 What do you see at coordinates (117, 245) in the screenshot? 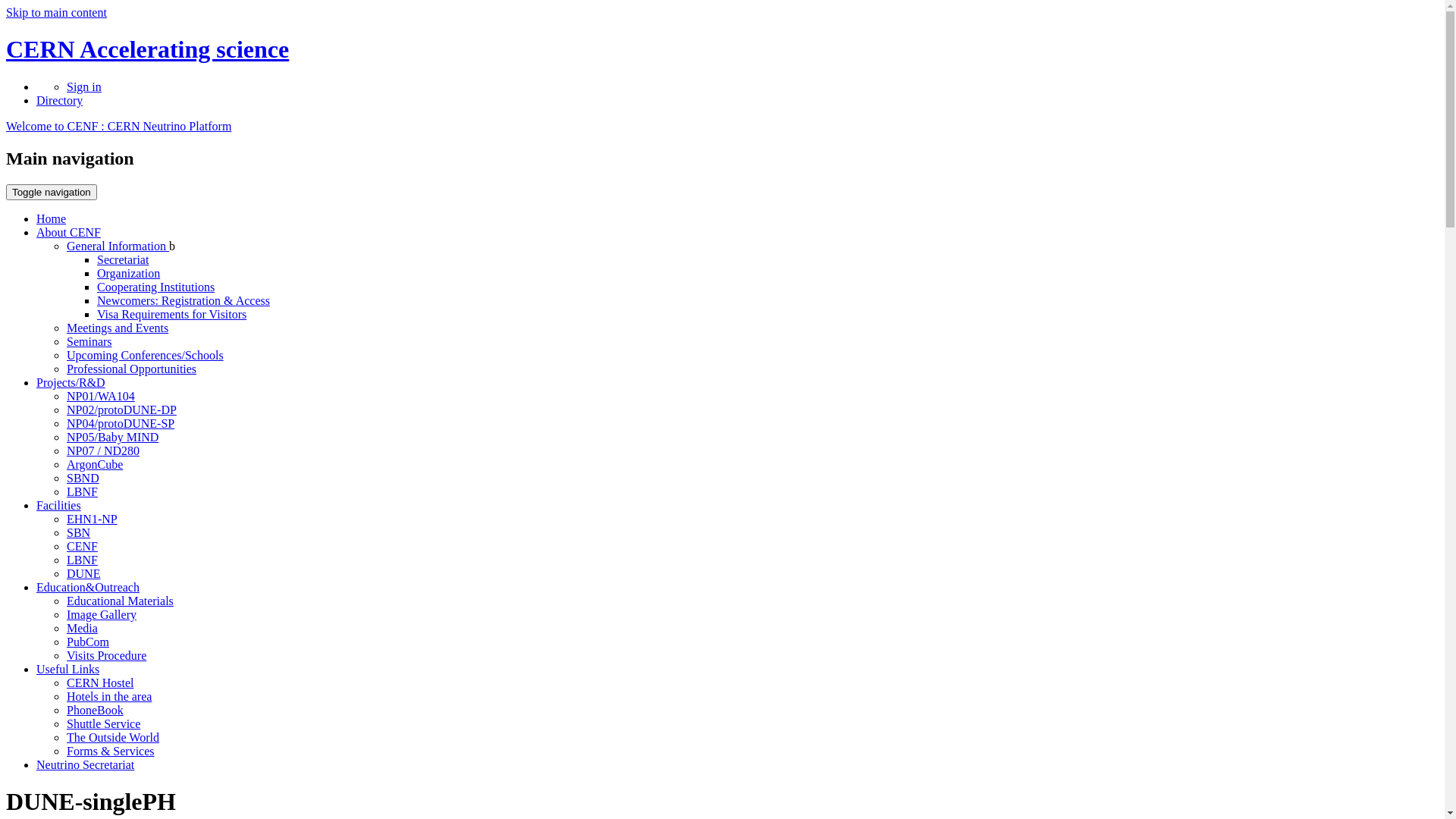
I see `'General Information'` at bounding box center [117, 245].